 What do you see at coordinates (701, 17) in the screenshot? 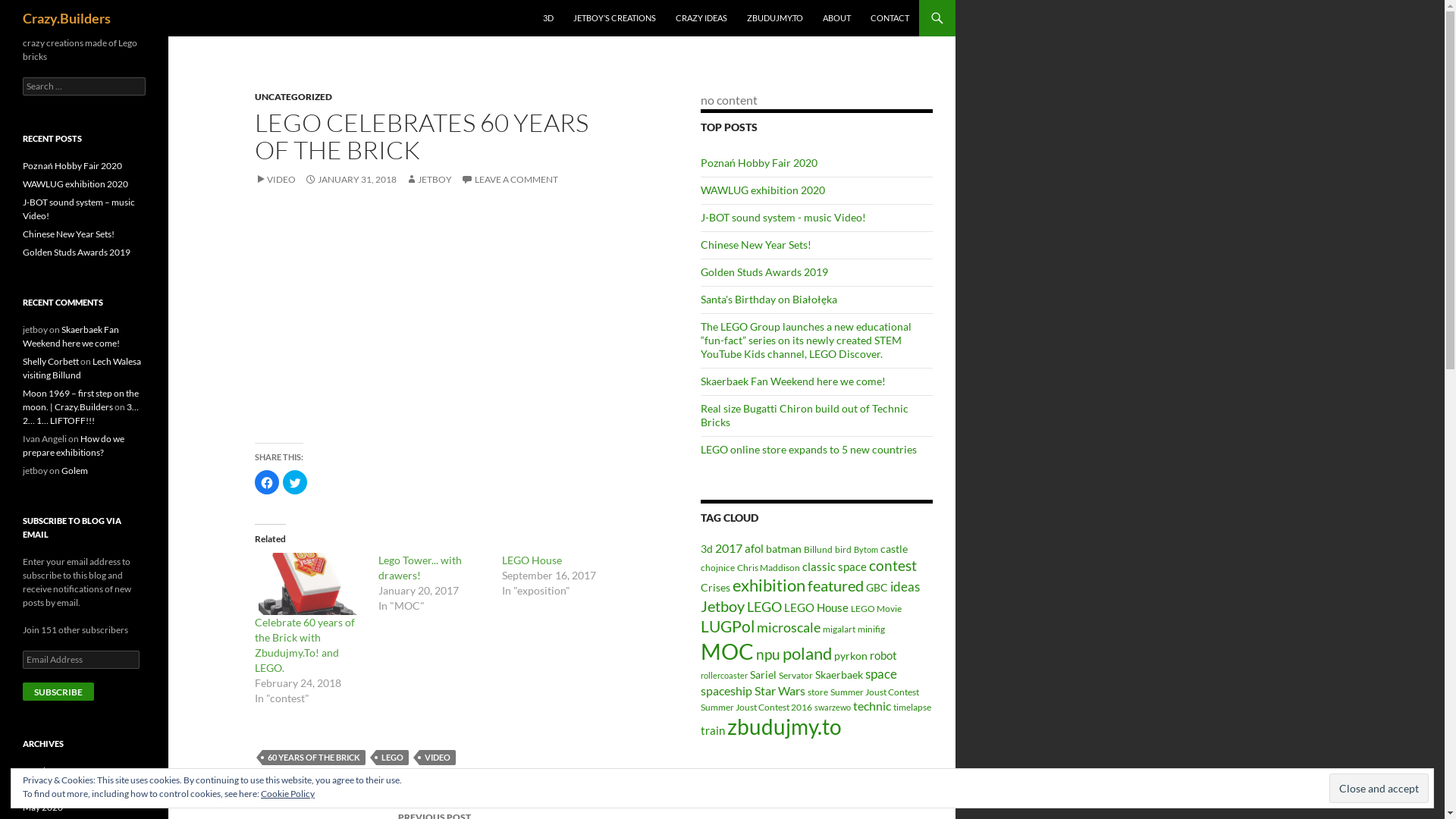
I see `'CRAZY IDEAS'` at bounding box center [701, 17].